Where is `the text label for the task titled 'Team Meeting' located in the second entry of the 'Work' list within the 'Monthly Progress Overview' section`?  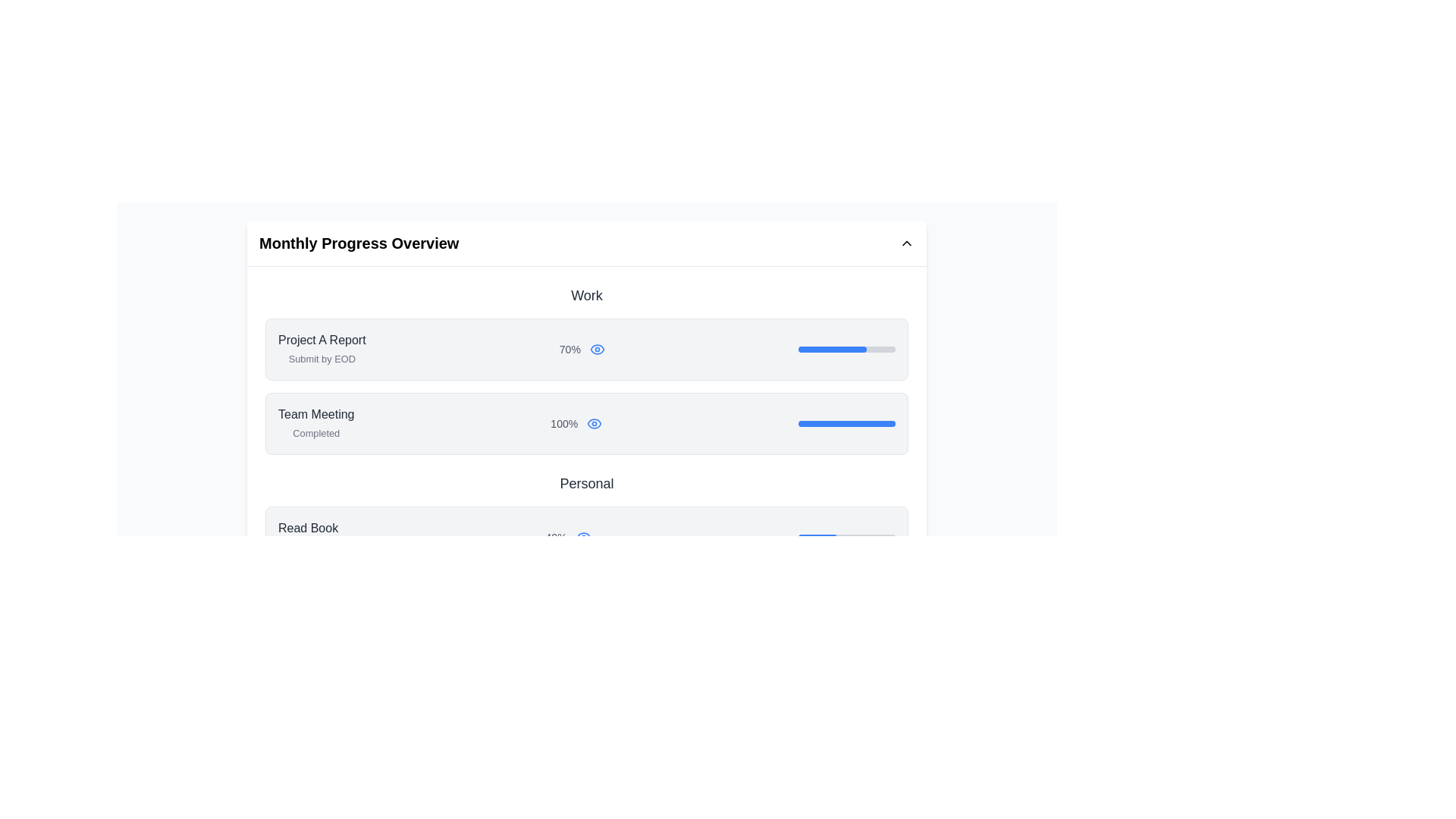
the text label for the task titled 'Team Meeting' located in the second entry of the 'Work' list within the 'Monthly Progress Overview' section is located at coordinates (315, 415).